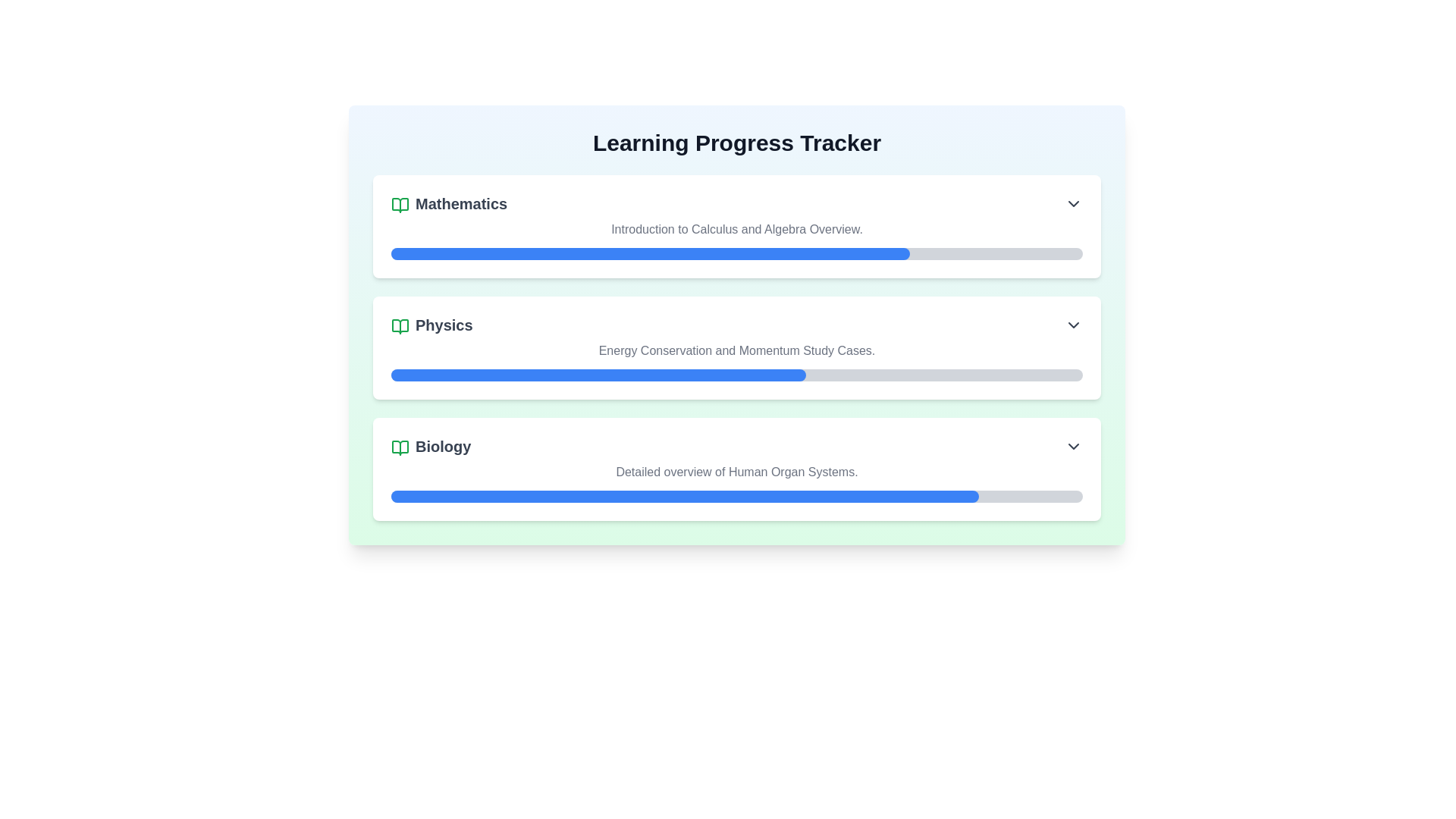 This screenshot has width=1456, height=819. I want to click on the Physics section icon that visually represents a book or learning material, positioned to the left of the text 'Physics', so click(400, 325).